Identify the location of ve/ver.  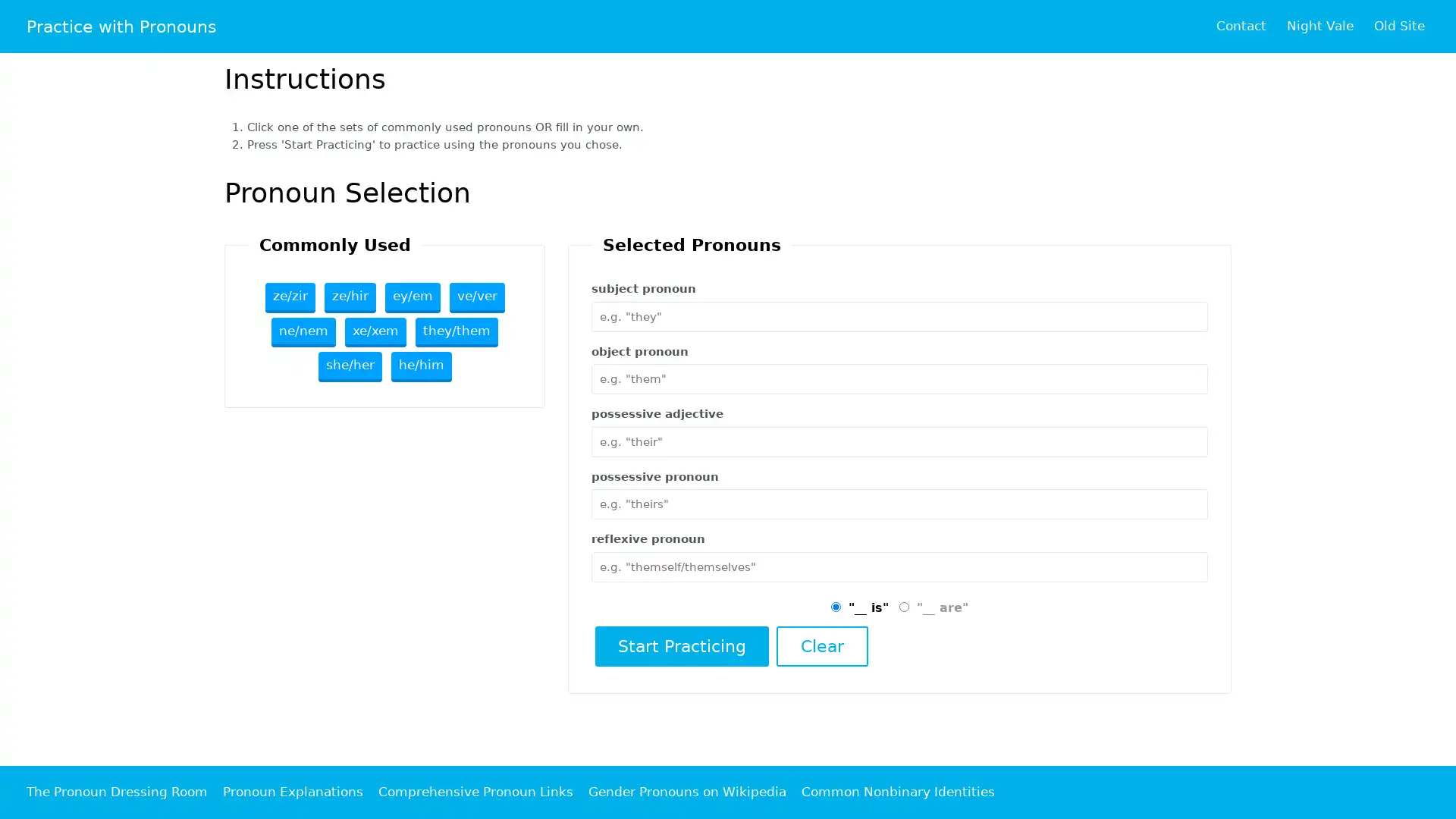
(475, 297).